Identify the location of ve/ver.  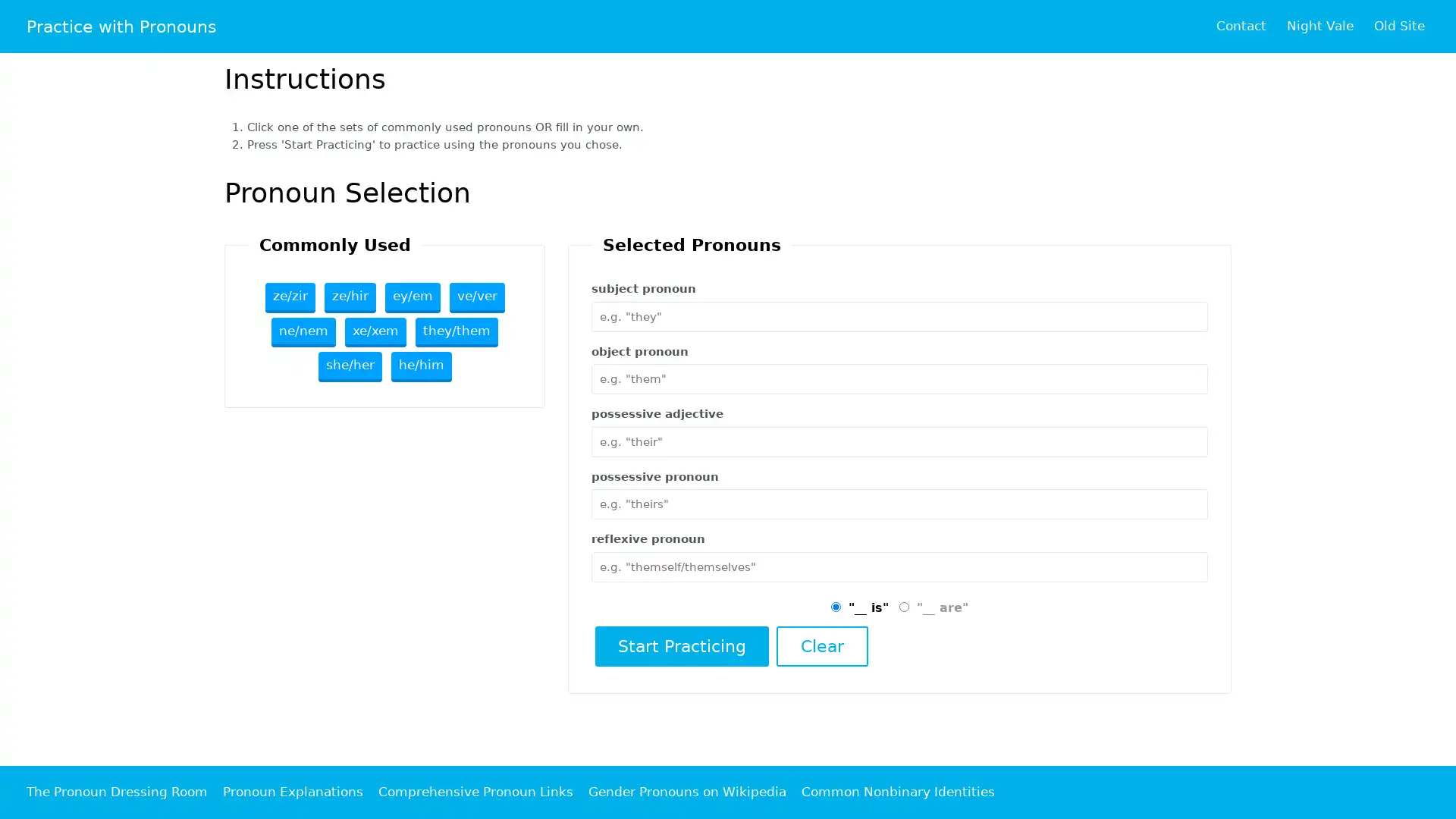
(475, 297).